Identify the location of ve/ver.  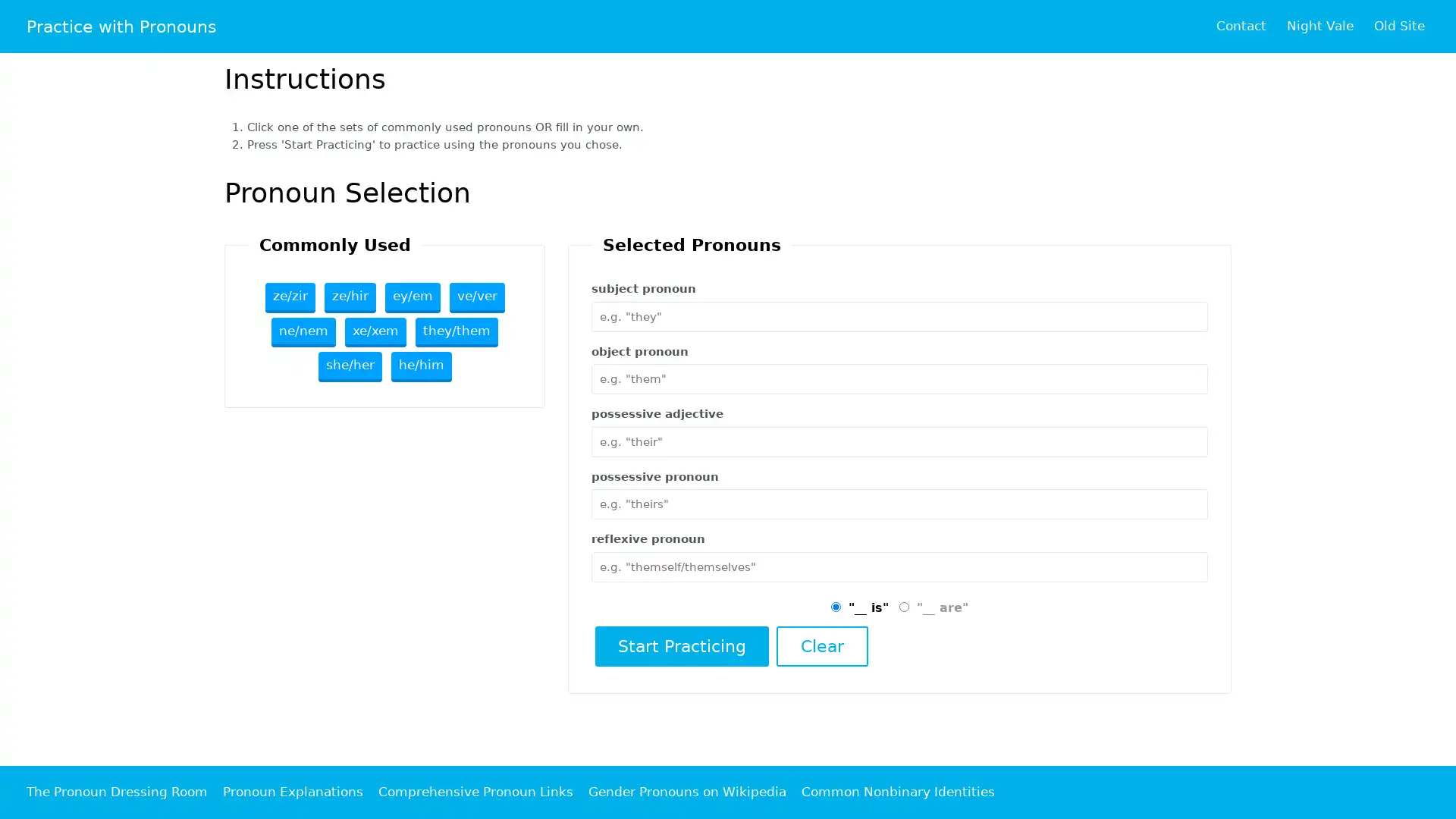
(475, 297).